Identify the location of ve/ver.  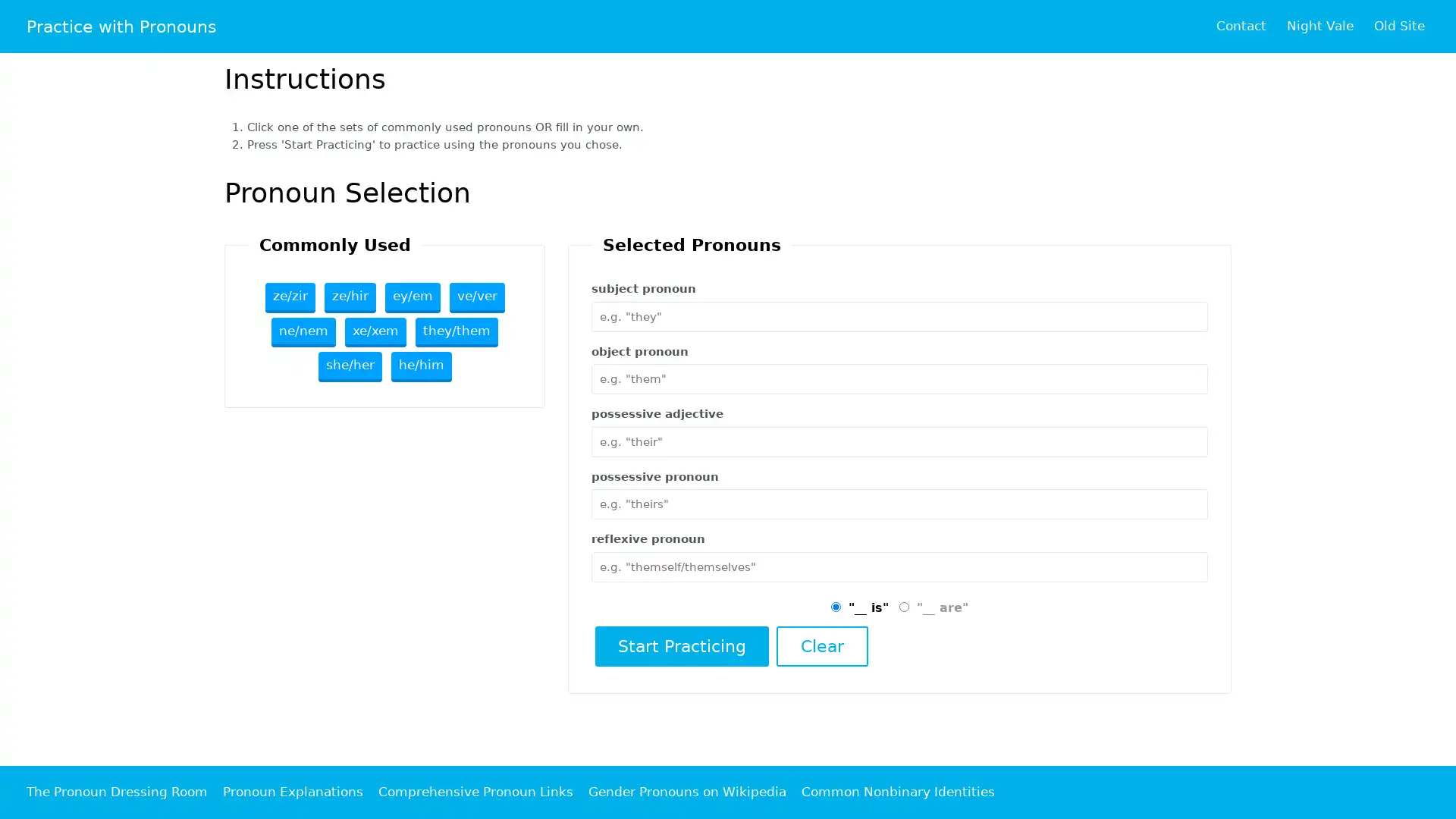
(475, 297).